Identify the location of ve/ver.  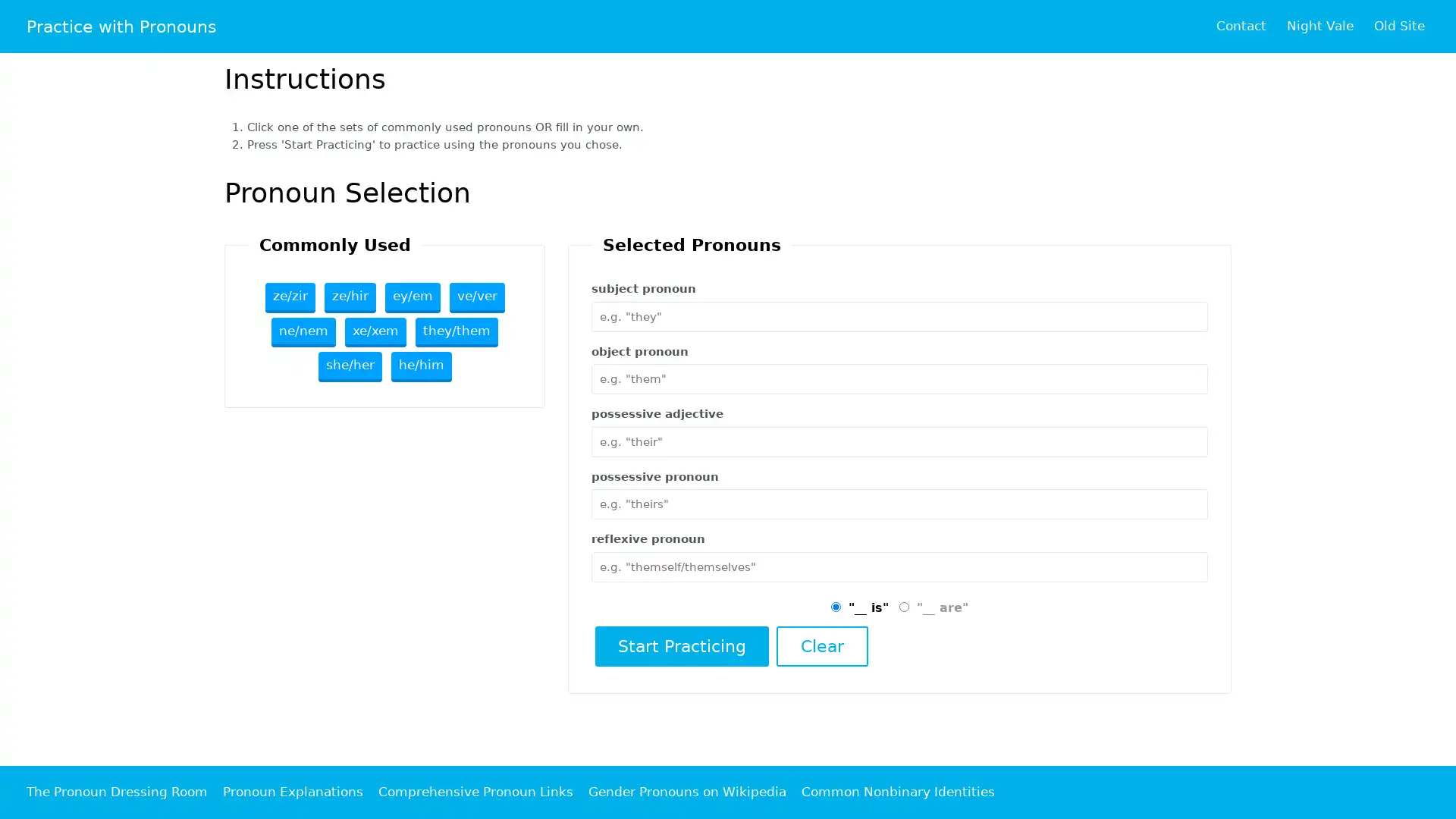
(475, 297).